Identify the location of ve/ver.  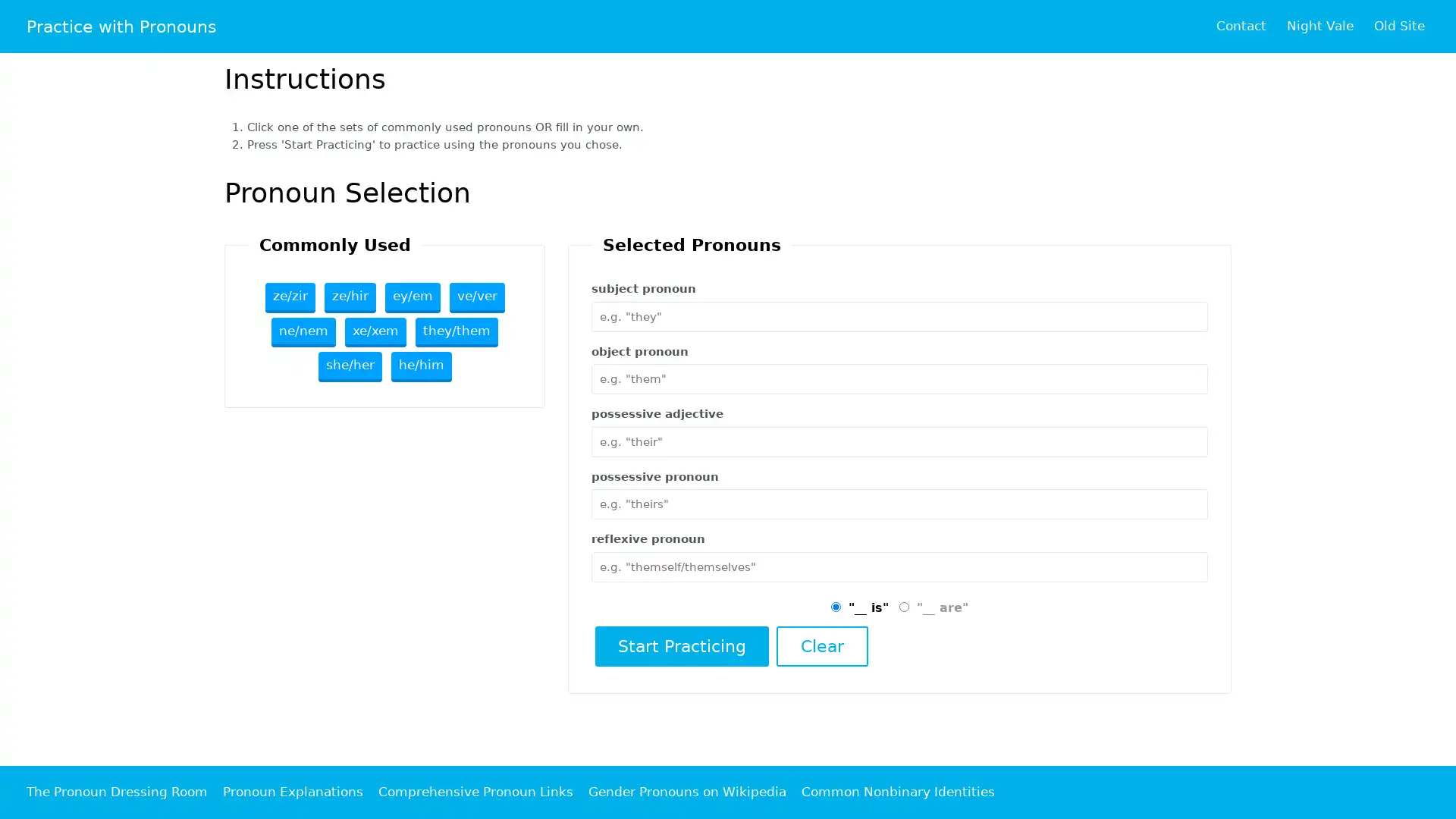
(475, 297).